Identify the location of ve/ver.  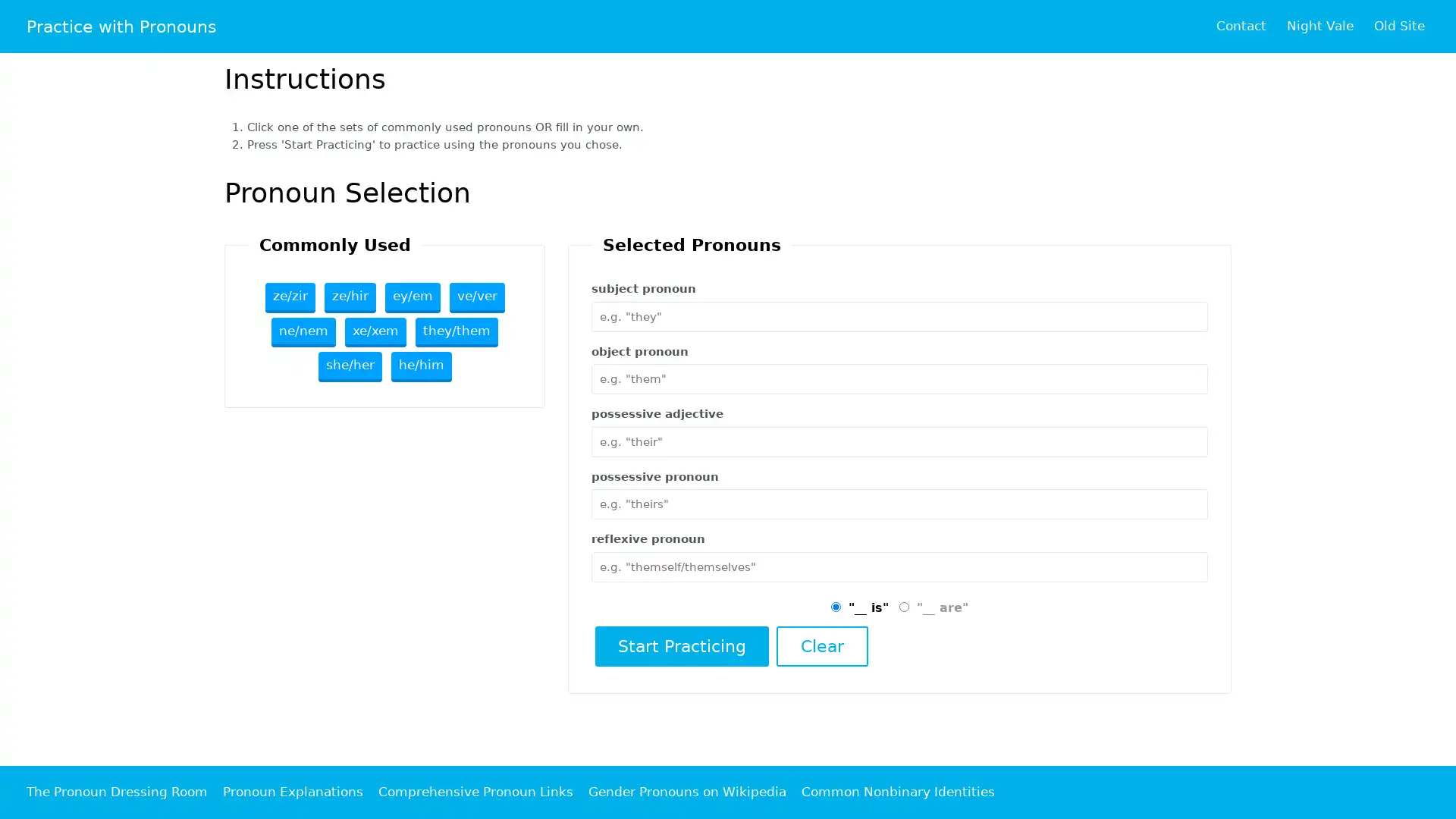
(475, 297).